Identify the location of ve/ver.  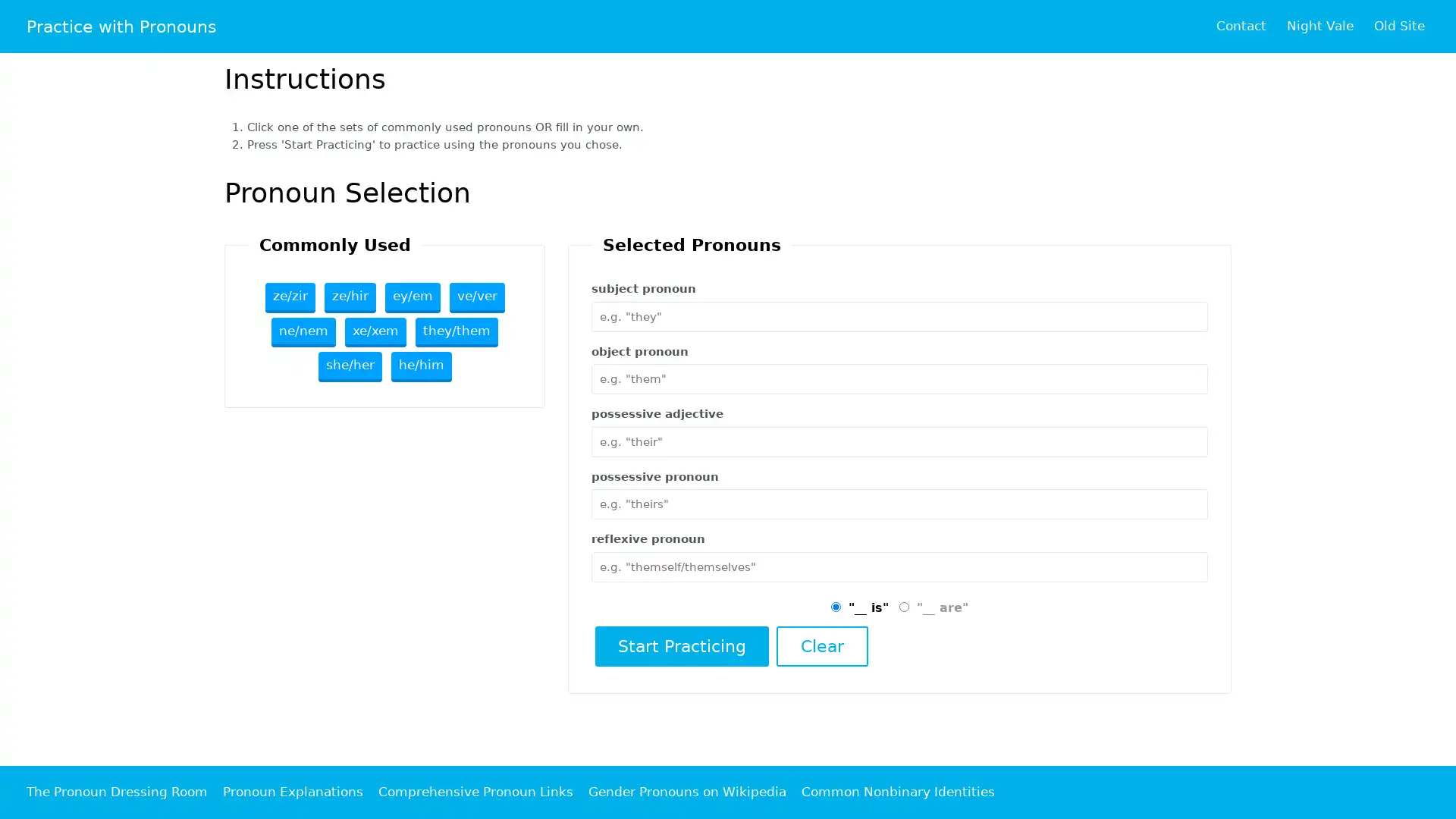
(475, 297).